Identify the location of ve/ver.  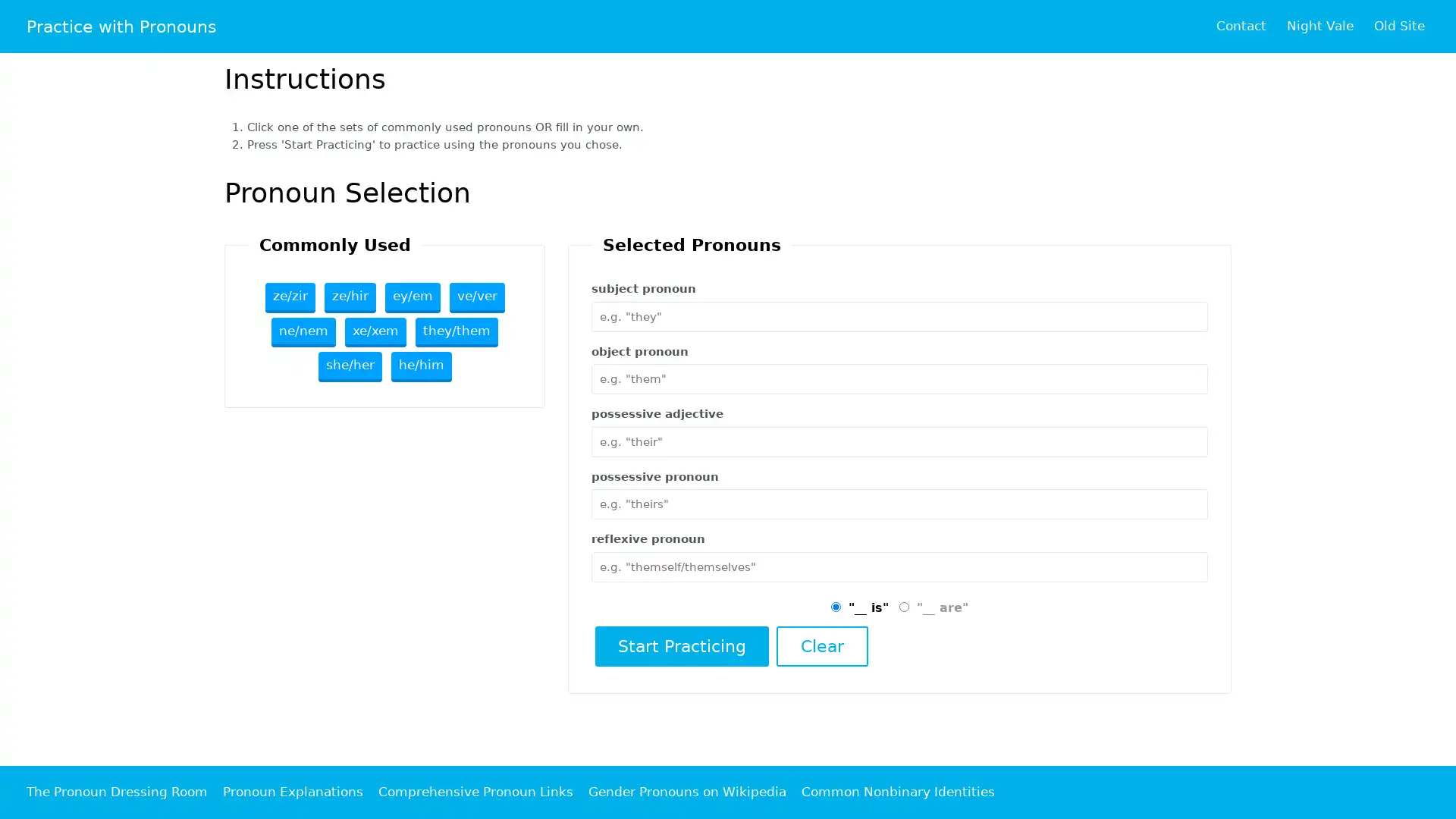
(475, 297).